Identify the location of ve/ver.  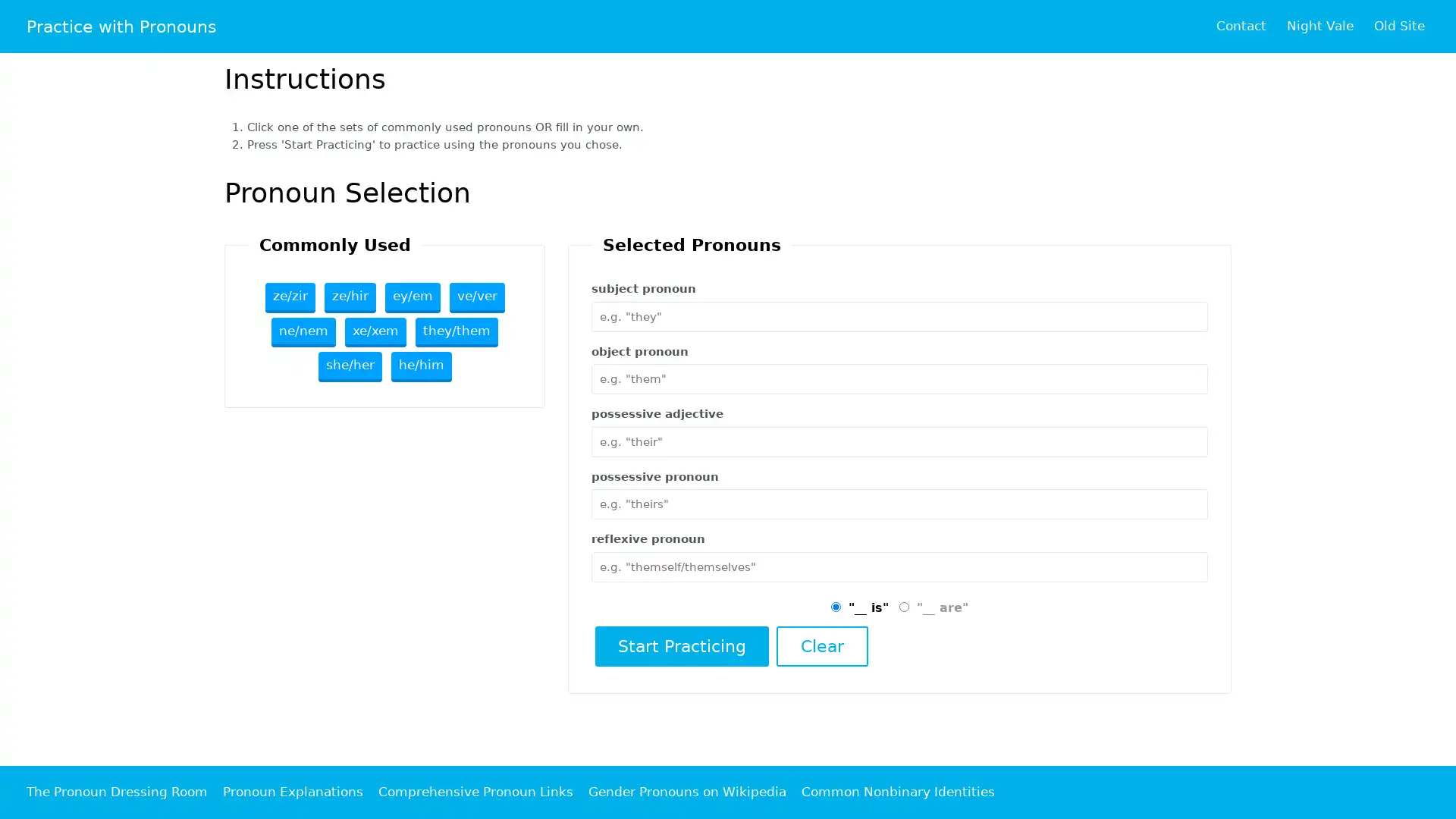
(475, 297).